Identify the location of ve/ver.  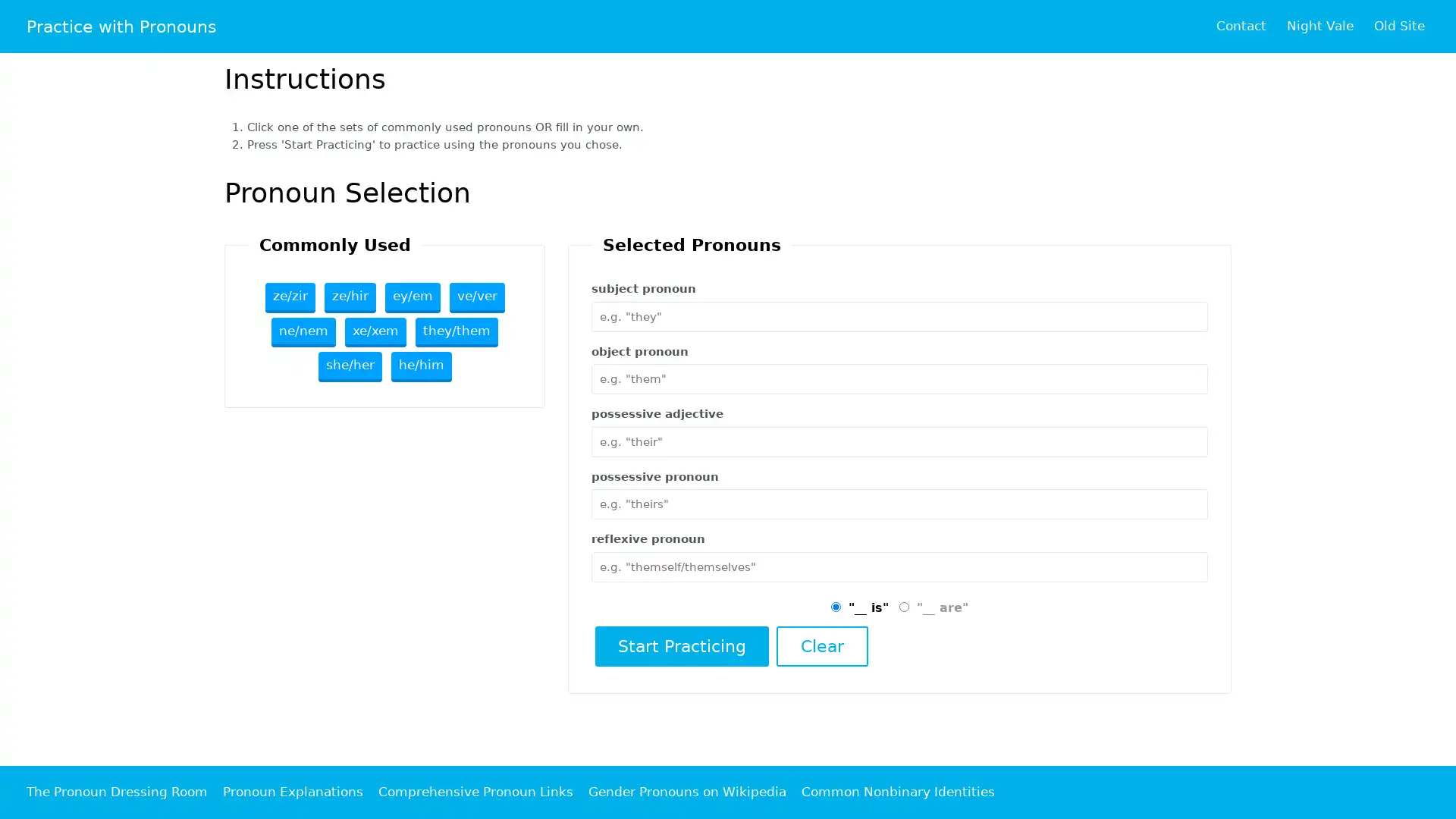
(475, 297).